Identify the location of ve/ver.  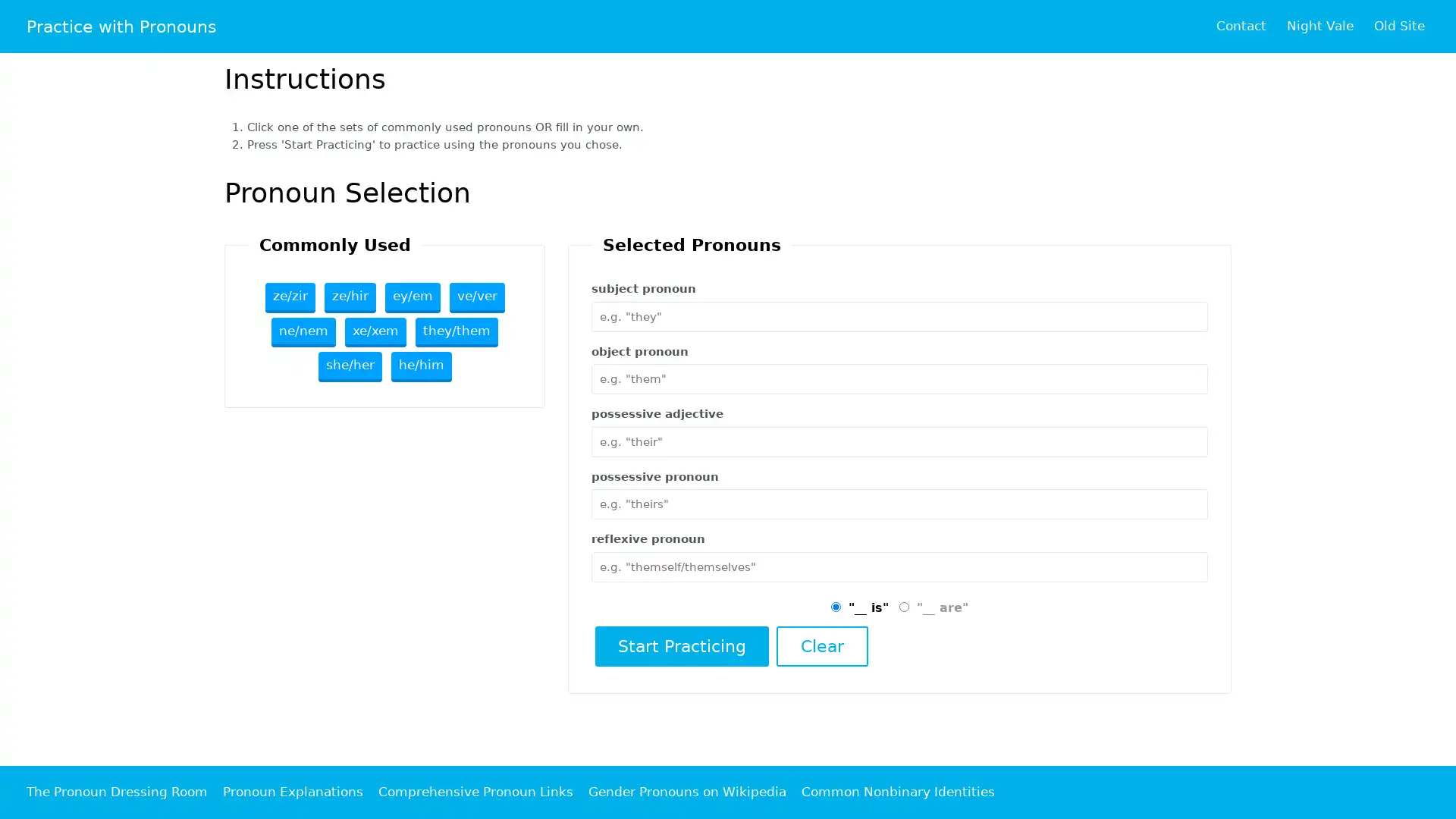
(475, 297).